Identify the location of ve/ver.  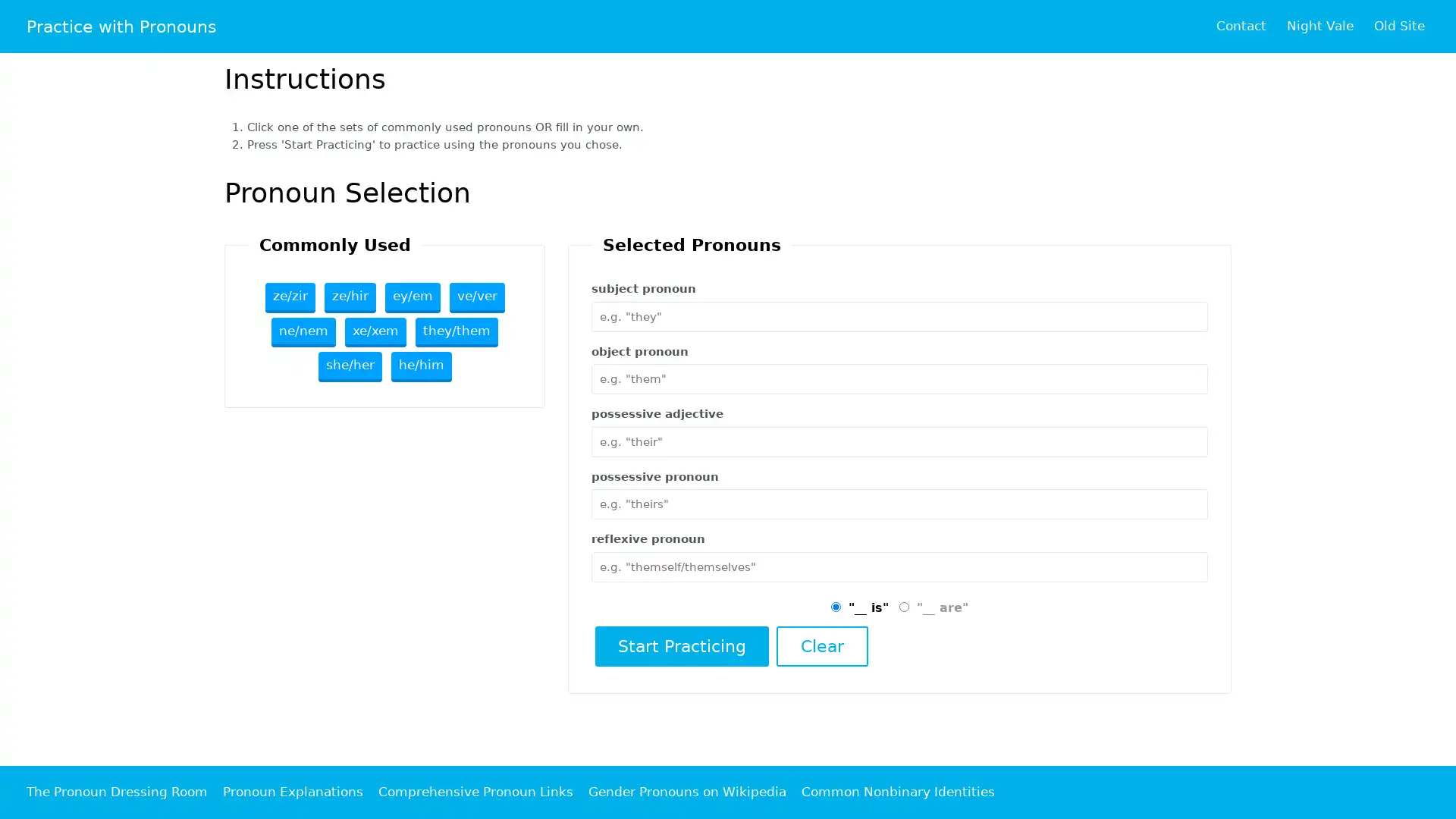
(475, 297).